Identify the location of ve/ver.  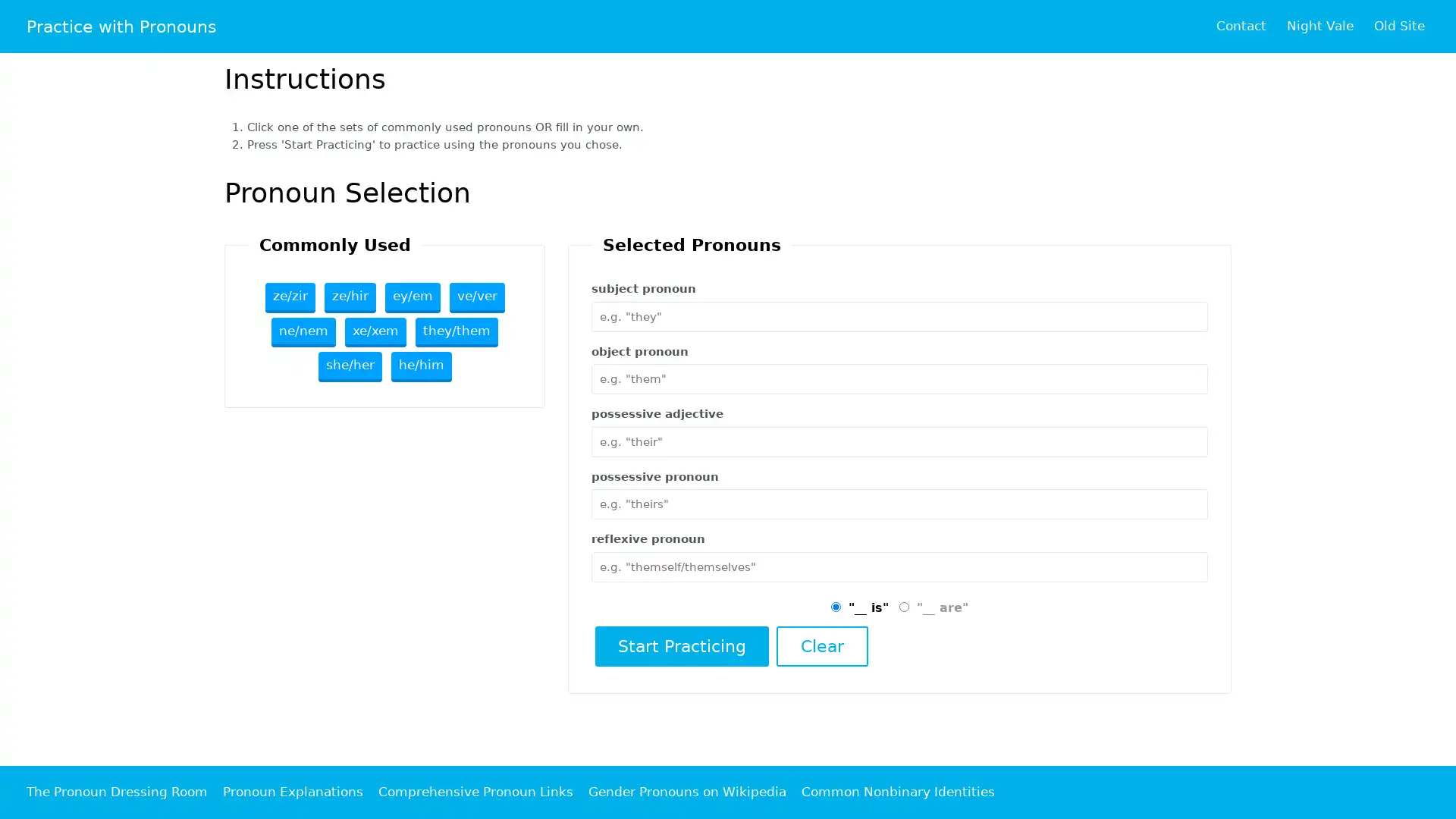
(475, 297).